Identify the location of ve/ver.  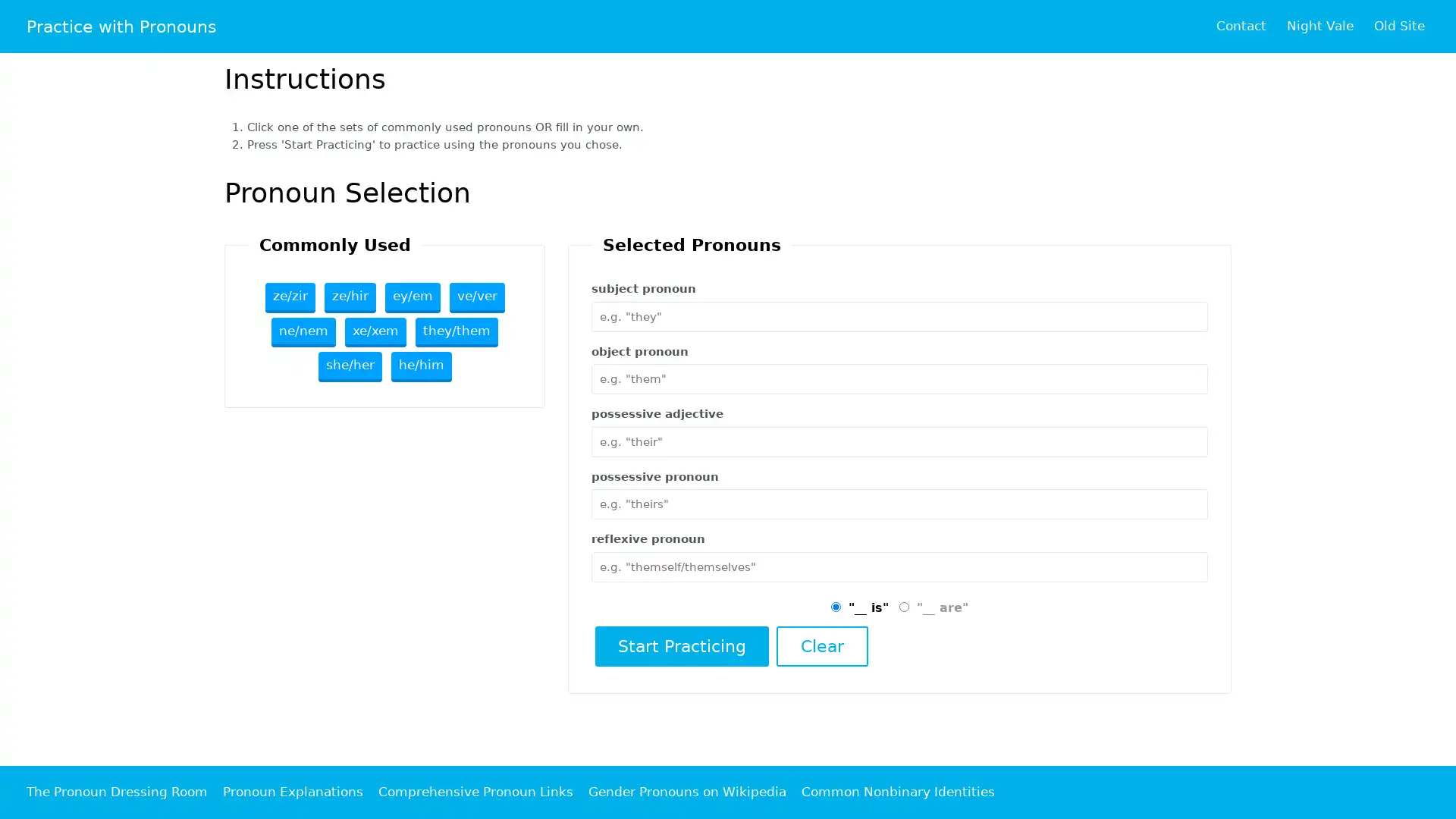
(475, 297).